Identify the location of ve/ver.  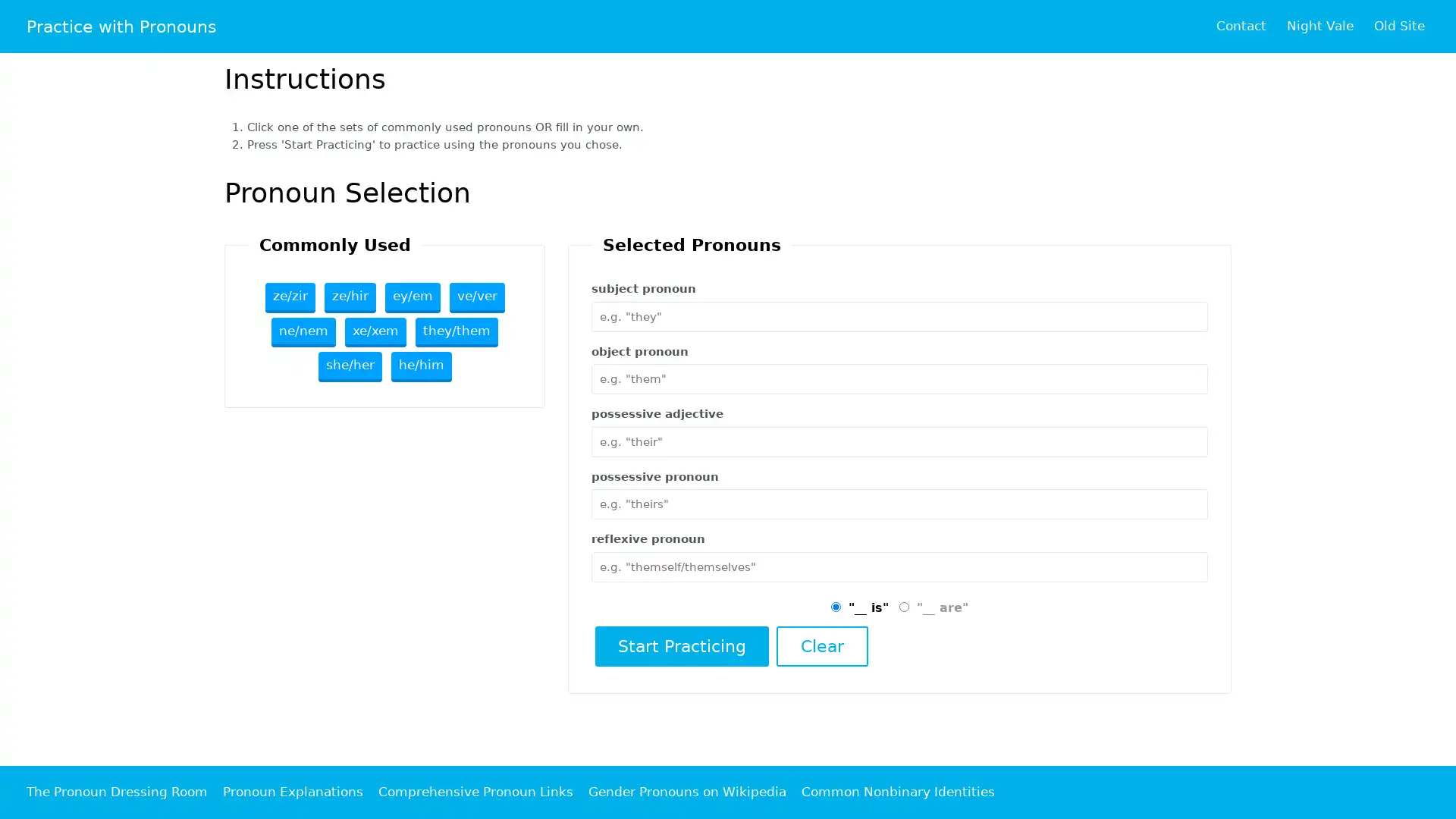
(475, 297).